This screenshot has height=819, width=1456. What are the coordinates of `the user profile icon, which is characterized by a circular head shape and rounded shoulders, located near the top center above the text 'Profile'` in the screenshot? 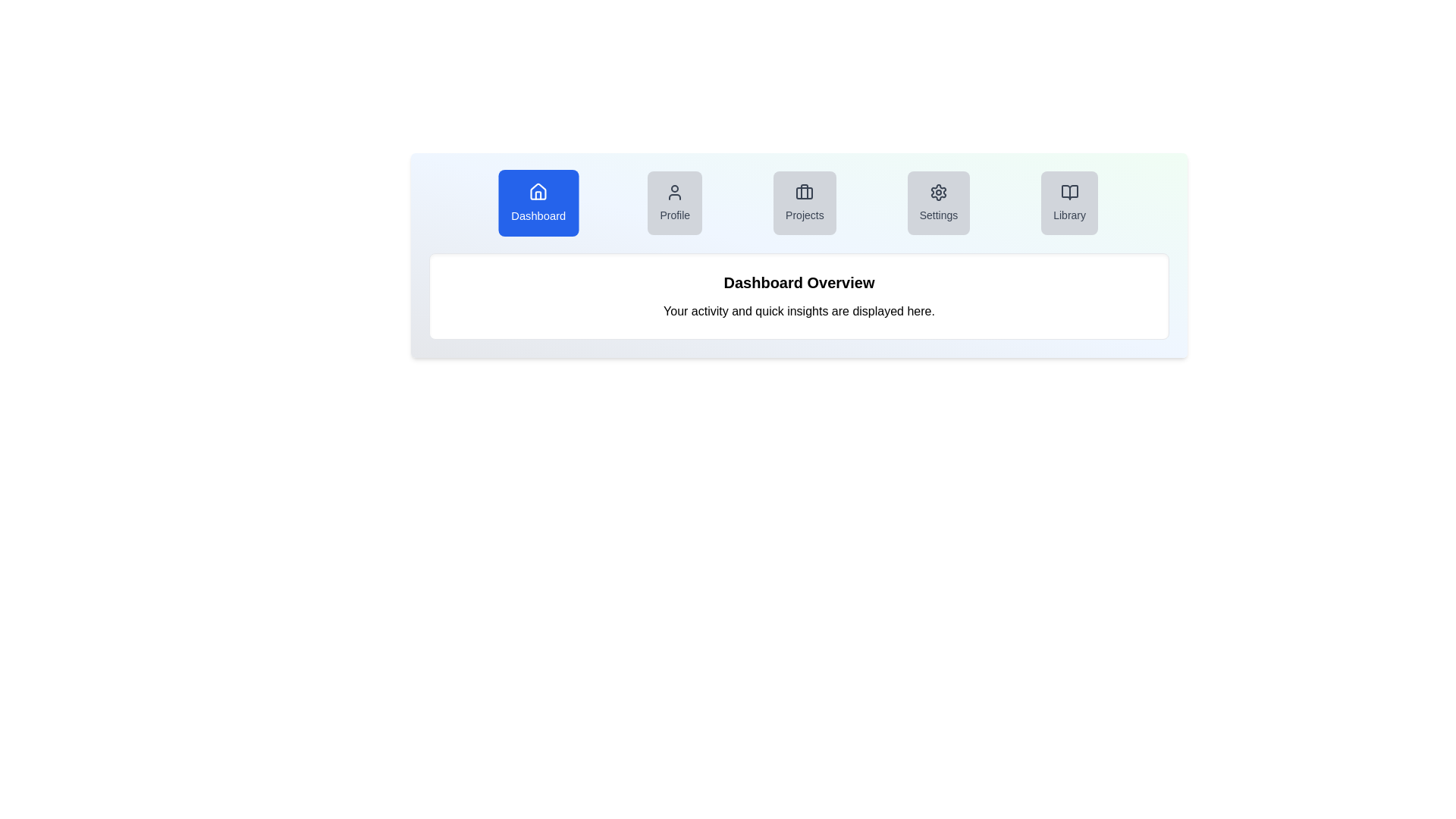 It's located at (674, 192).